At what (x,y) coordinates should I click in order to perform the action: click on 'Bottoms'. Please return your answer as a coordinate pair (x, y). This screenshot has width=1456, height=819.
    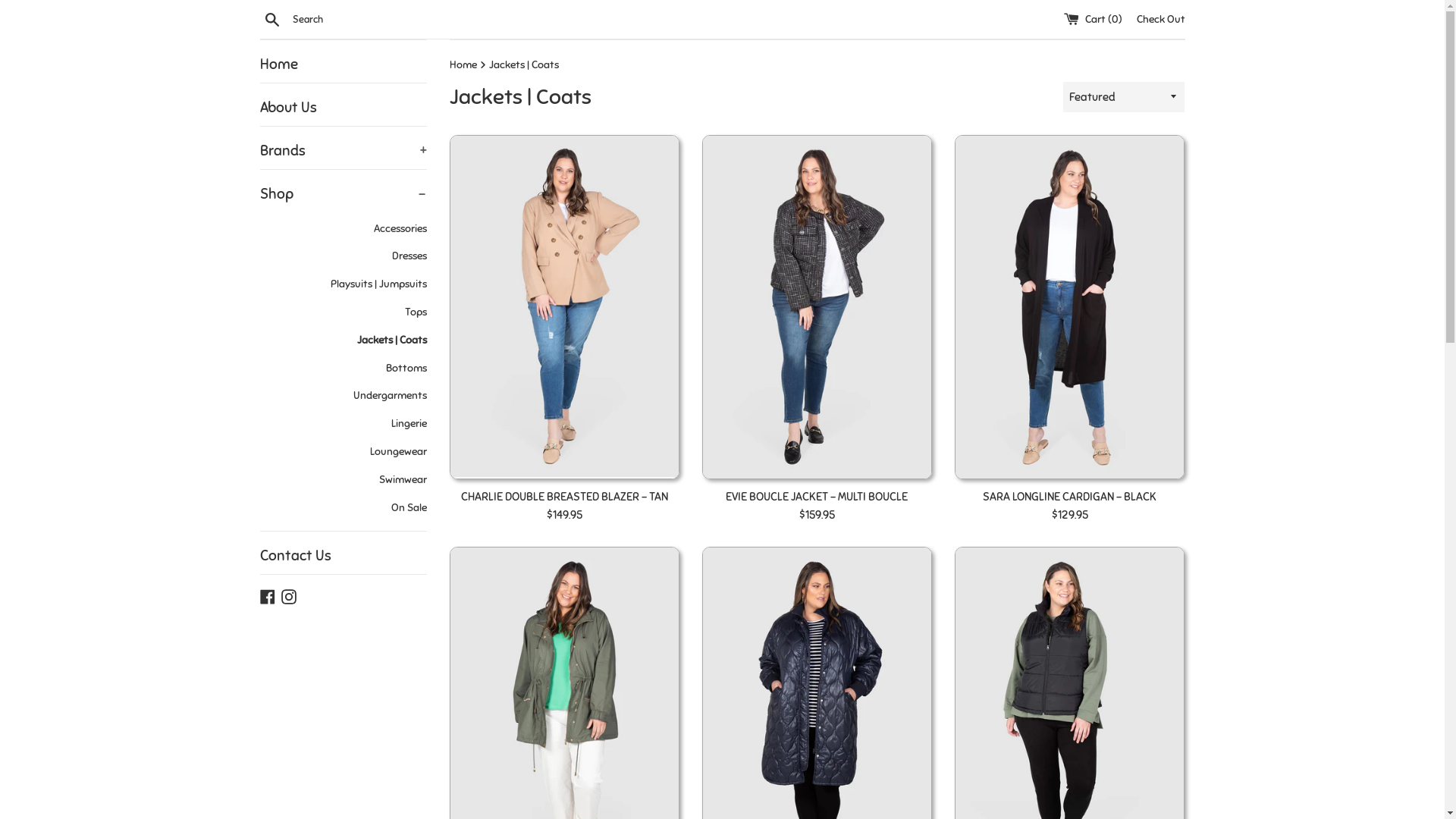
    Looking at the image, I should click on (341, 369).